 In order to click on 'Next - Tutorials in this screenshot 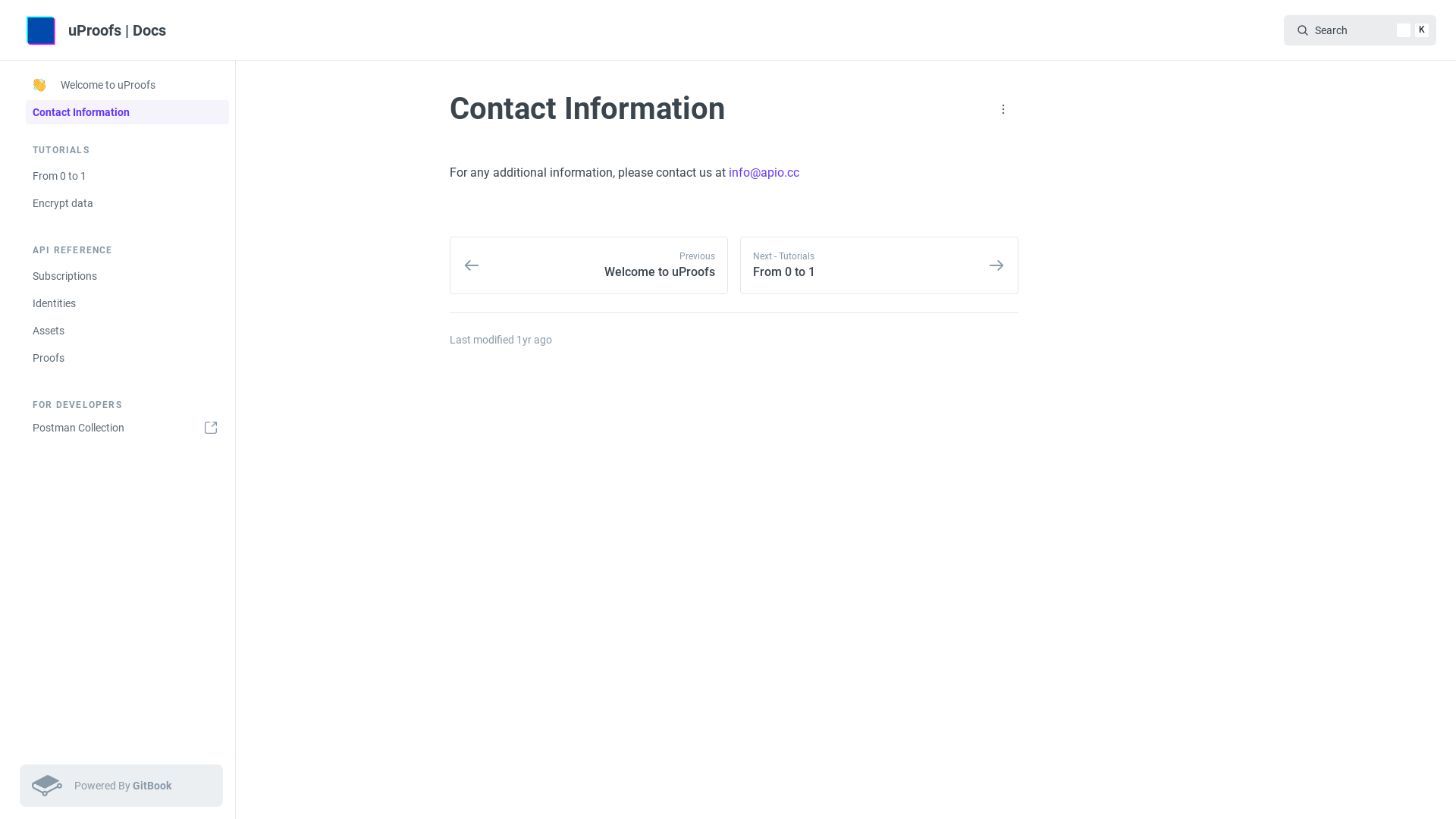, I will do `click(879, 265)`.